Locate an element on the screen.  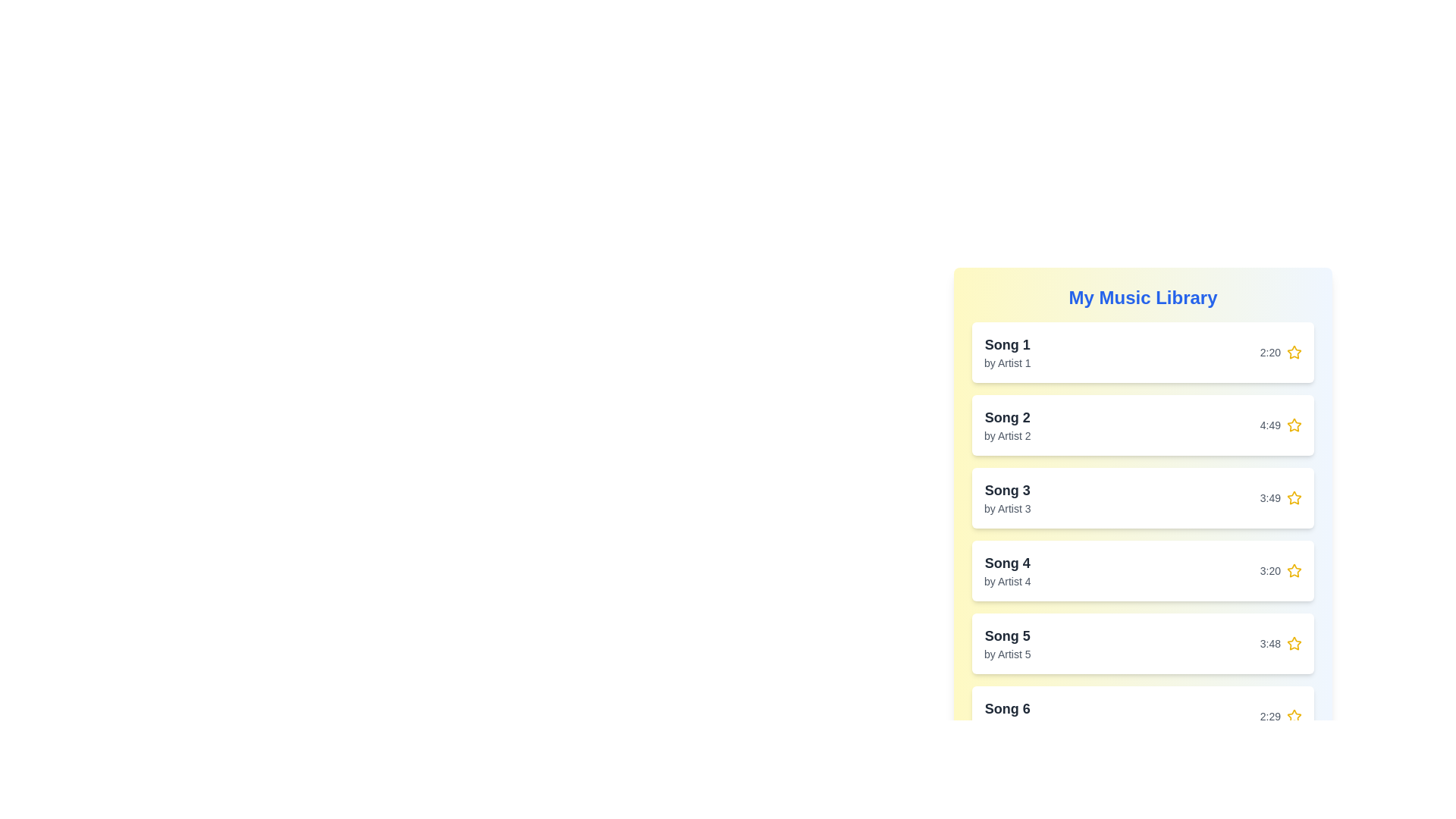
the star-shaped icon that serves as a rating or favoriting indicator is located at coordinates (1294, 497).